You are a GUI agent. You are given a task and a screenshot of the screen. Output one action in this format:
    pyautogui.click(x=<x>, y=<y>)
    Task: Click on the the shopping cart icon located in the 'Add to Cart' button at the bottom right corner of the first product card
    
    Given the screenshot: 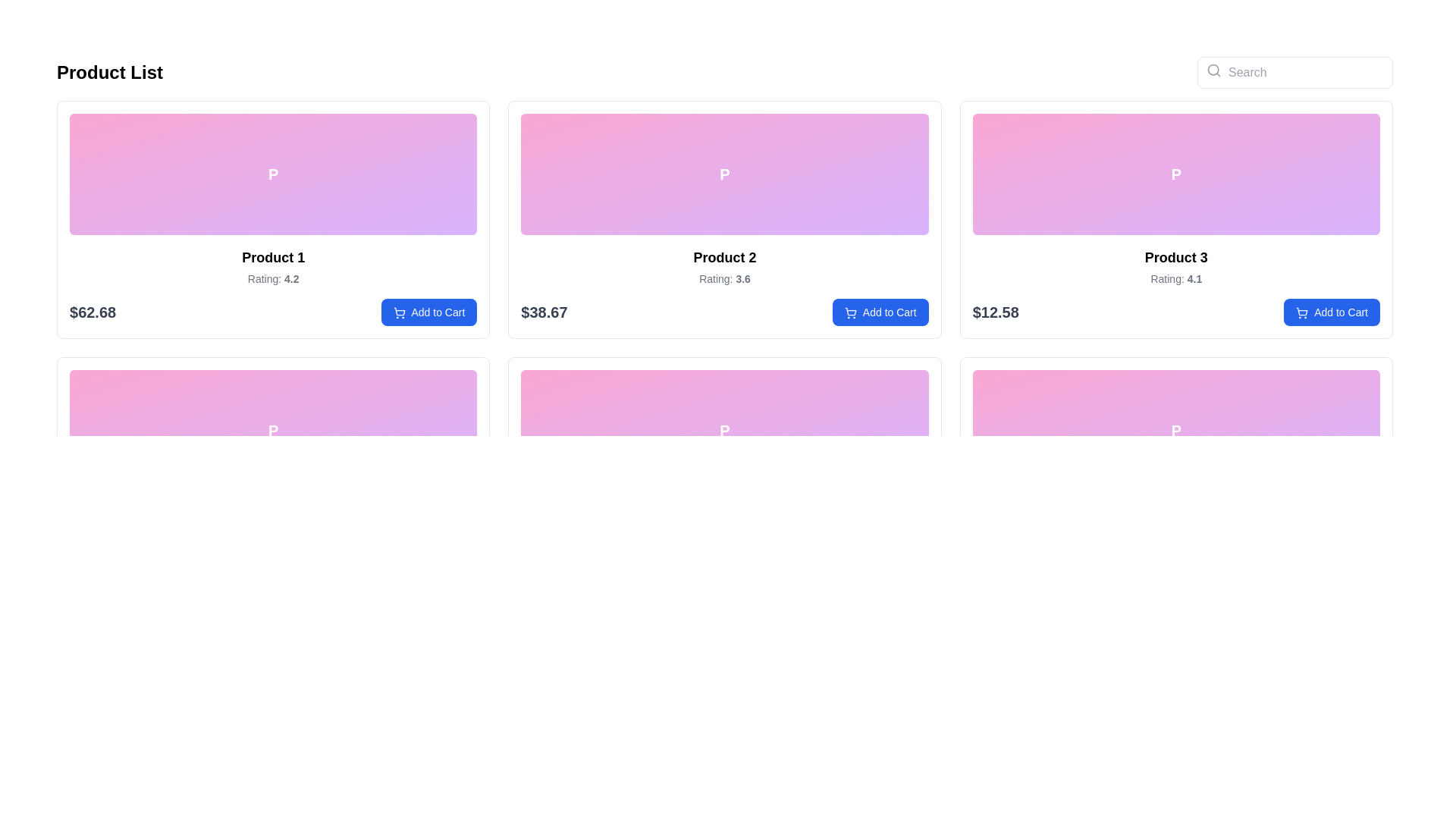 What is the action you would take?
    pyautogui.click(x=399, y=311)
    